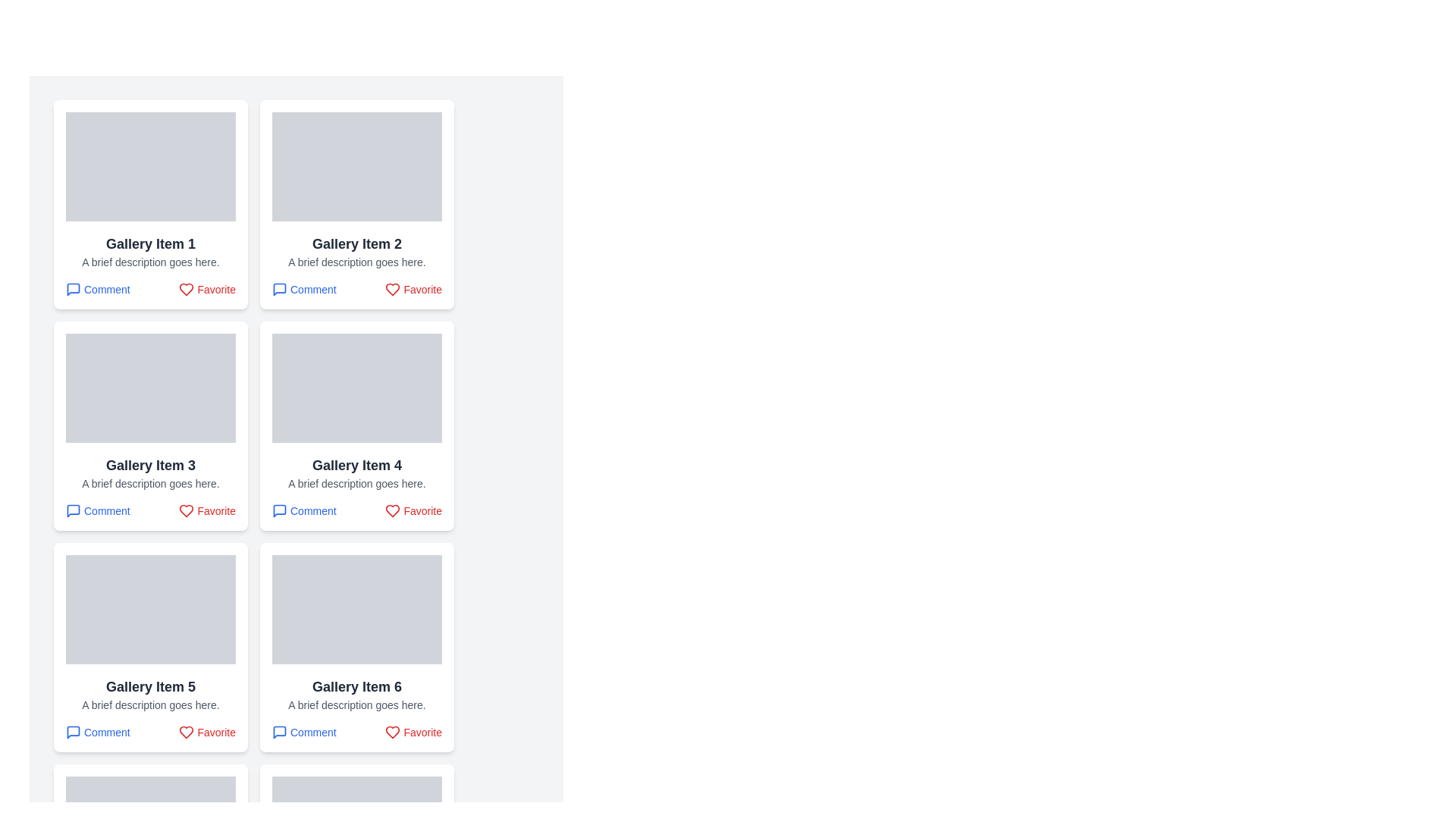 This screenshot has height=819, width=1456. What do you see at coordinates (356, 647) in the screenshot?
I see `the 'Comment' link in the card labeled 'Gallery Item 6', which is styled with a white background and rounded edges` at bounding box center [356, 647].